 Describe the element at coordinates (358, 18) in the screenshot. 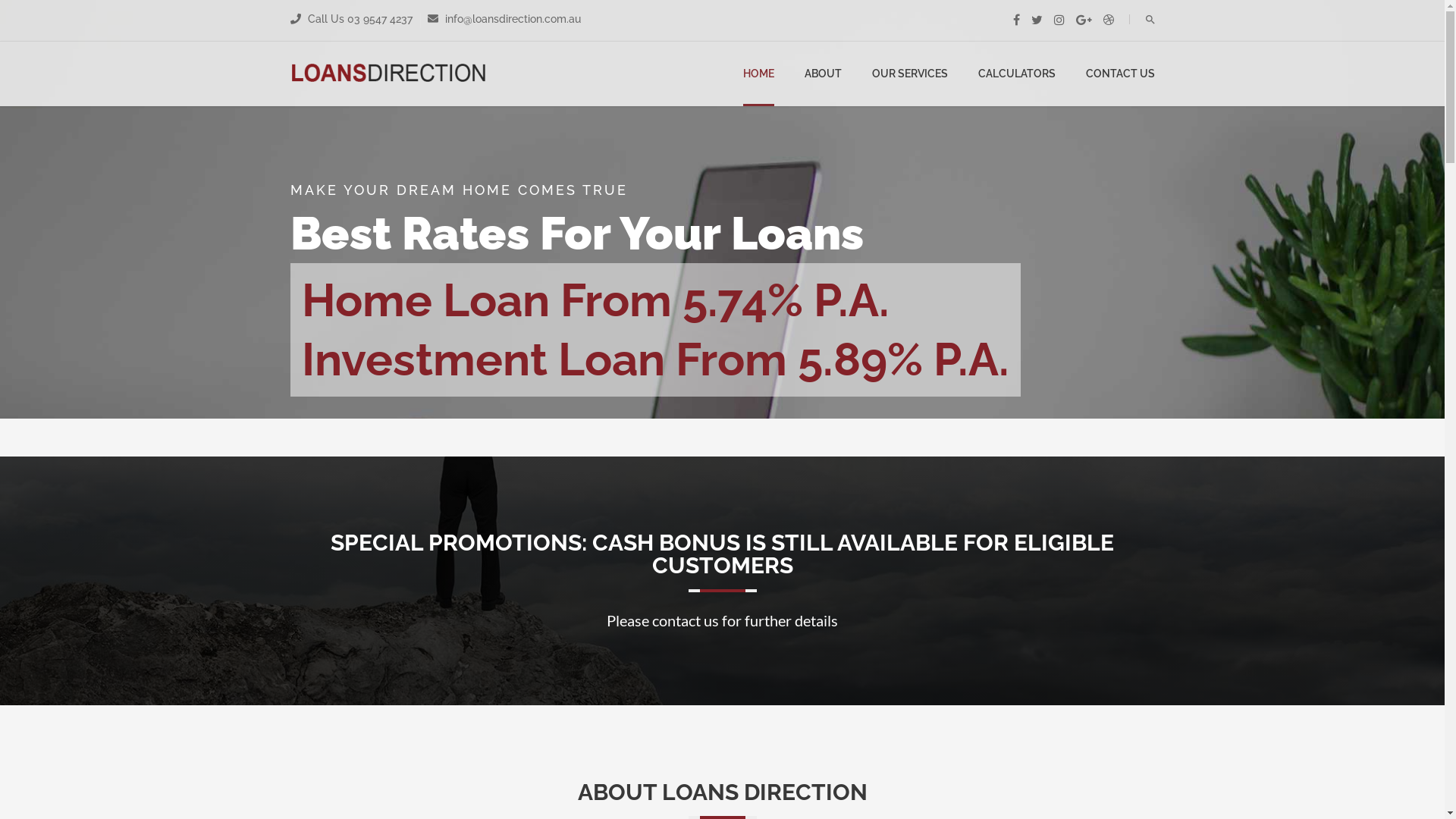

I see `'Call Us 03 9547 4237'` at that location.